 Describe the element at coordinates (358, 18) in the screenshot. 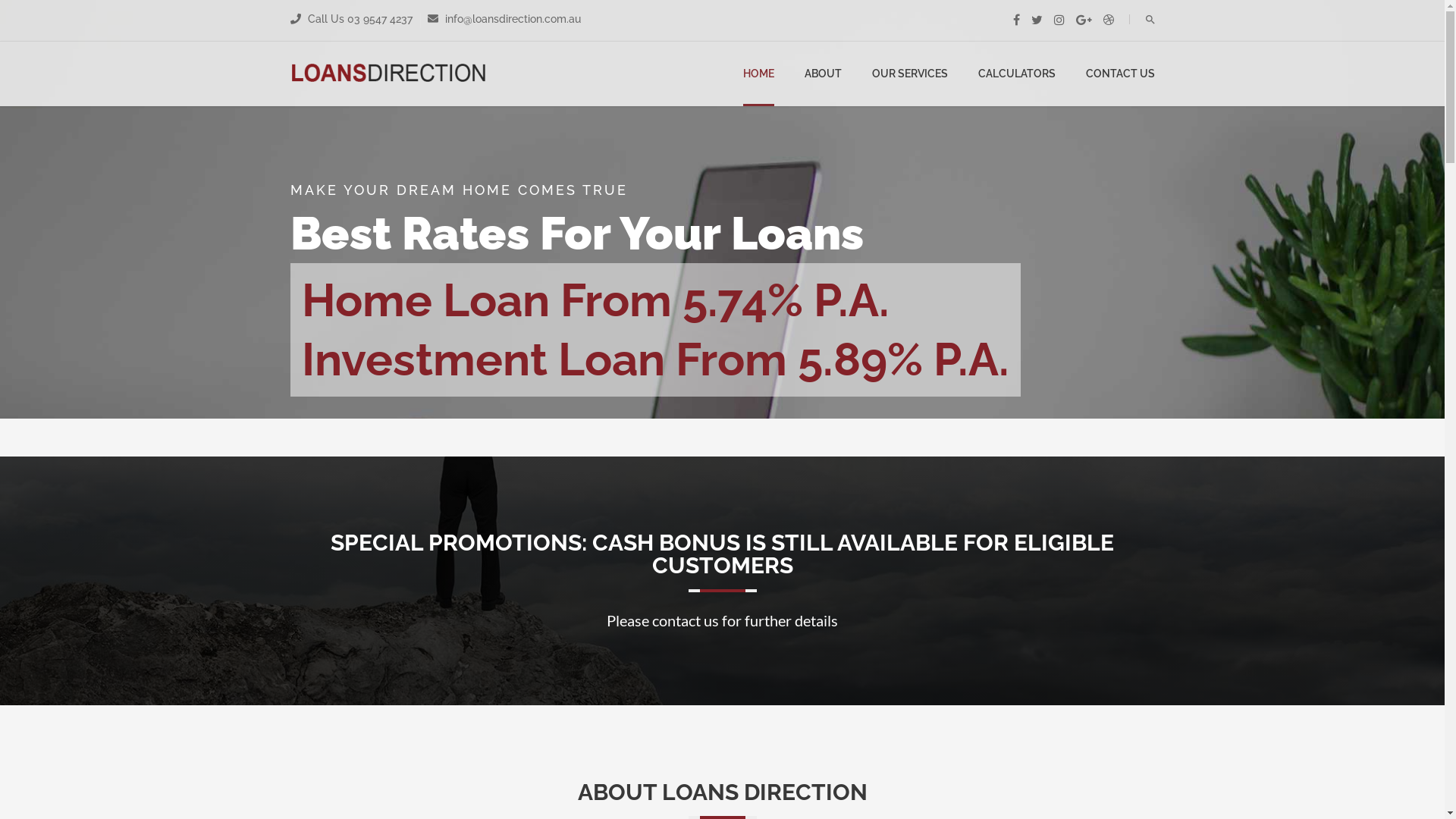

I see `'Call Us 03 9547 4237'` at that location.